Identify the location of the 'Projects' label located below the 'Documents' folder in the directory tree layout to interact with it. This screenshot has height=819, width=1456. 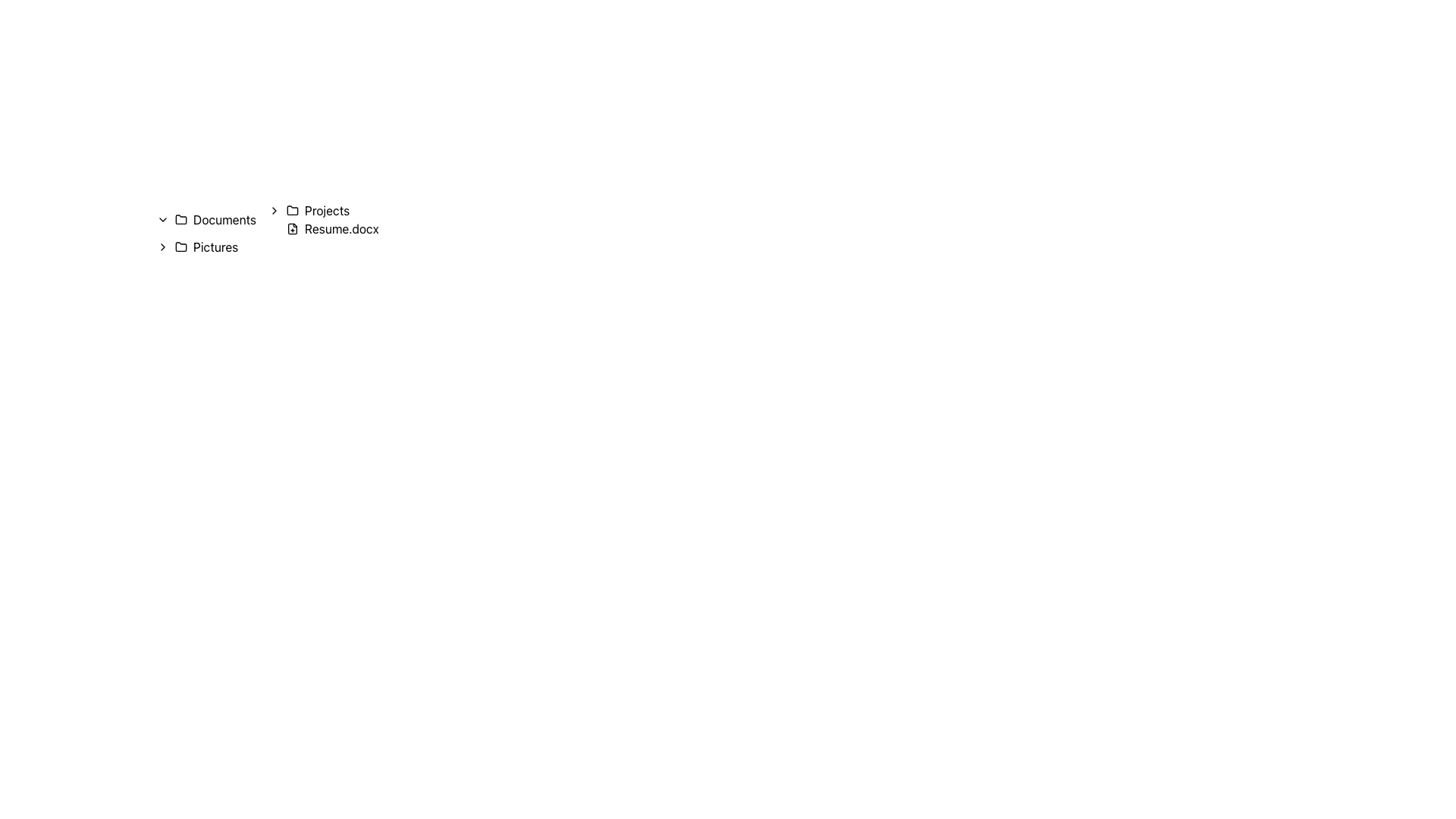
(316, 210).